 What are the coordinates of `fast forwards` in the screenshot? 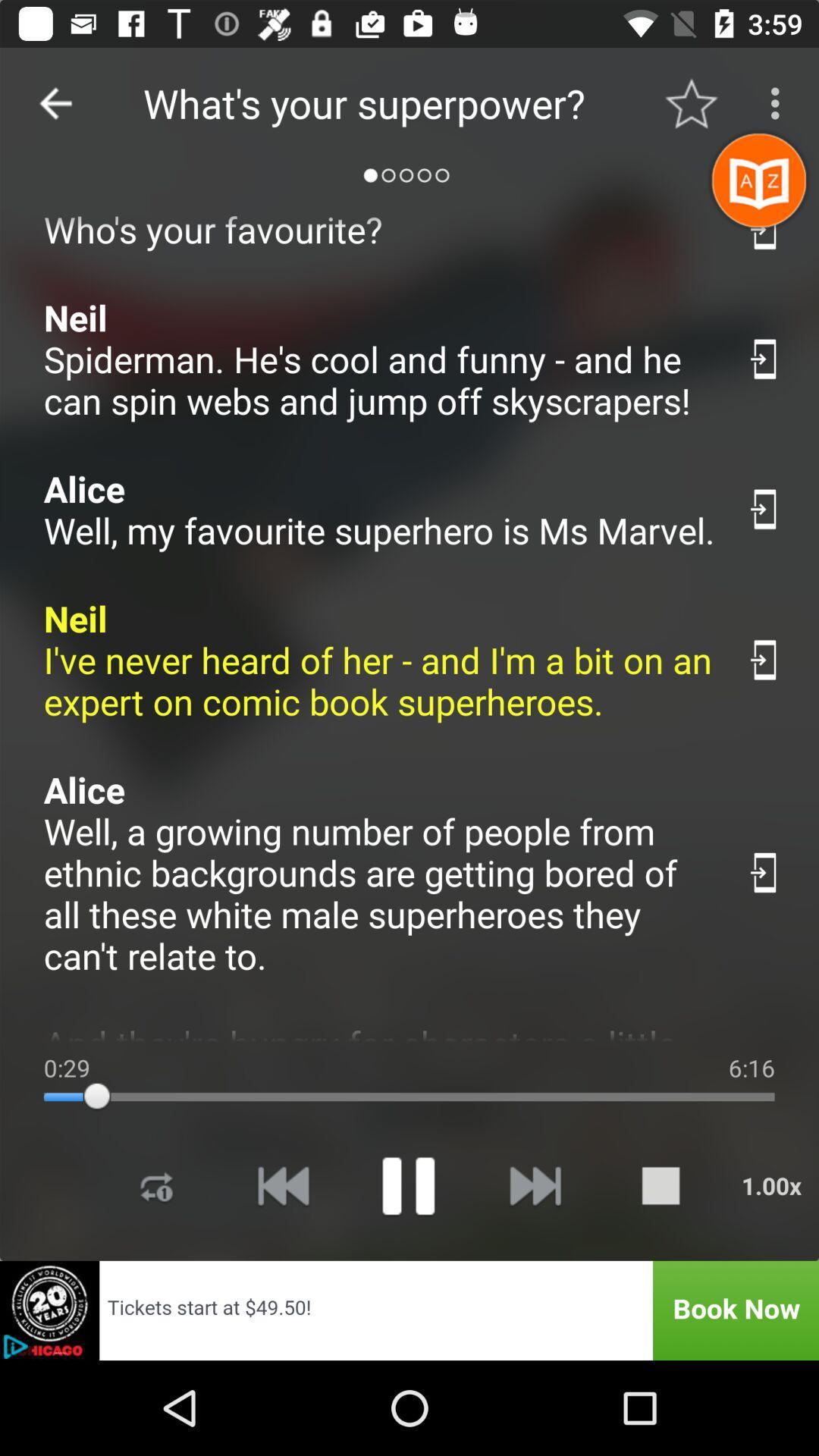 It's located at (534, 1185).